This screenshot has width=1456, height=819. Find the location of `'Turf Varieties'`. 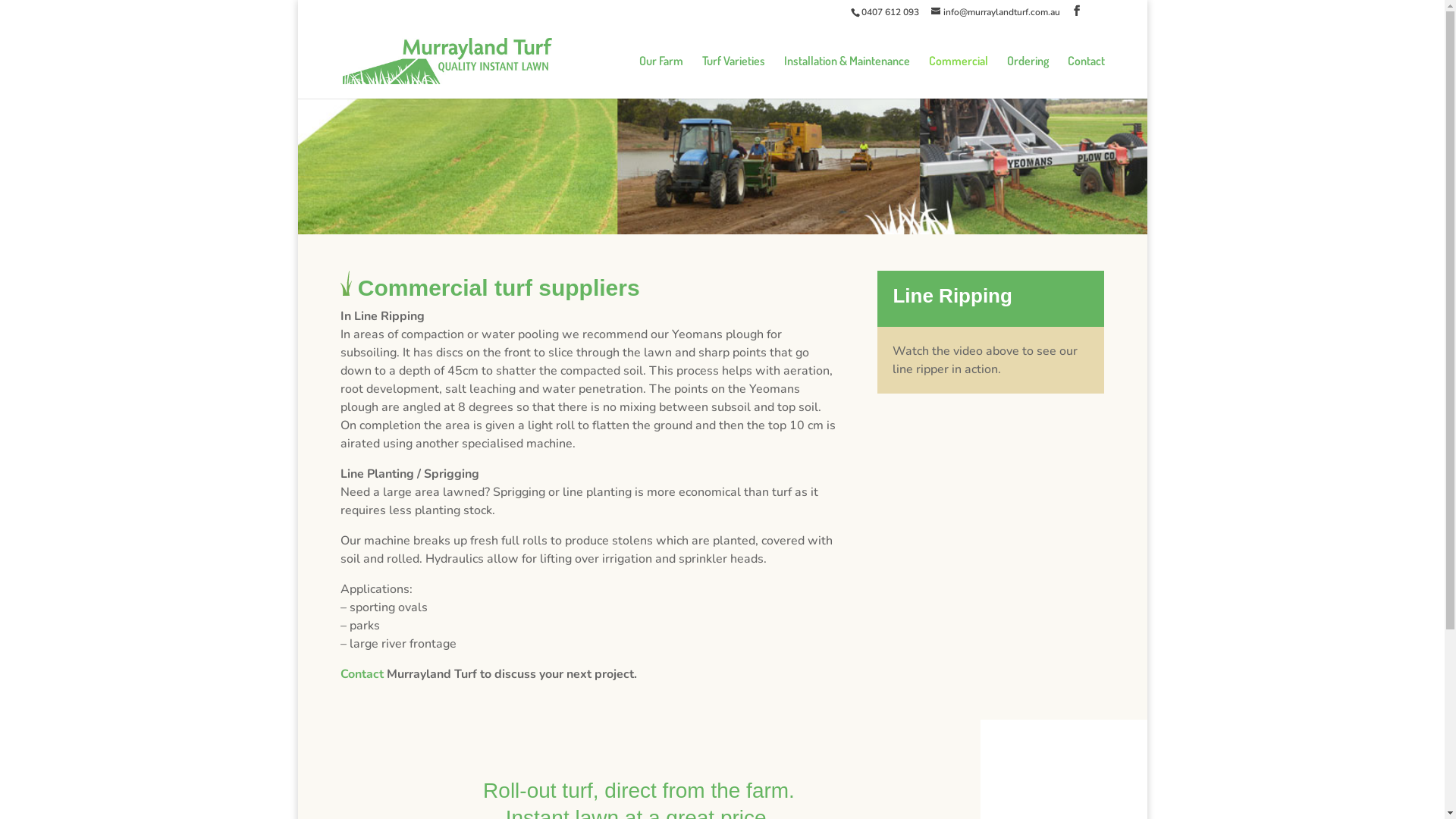

'Turf Varieties' is located at coordinates (701, 77).